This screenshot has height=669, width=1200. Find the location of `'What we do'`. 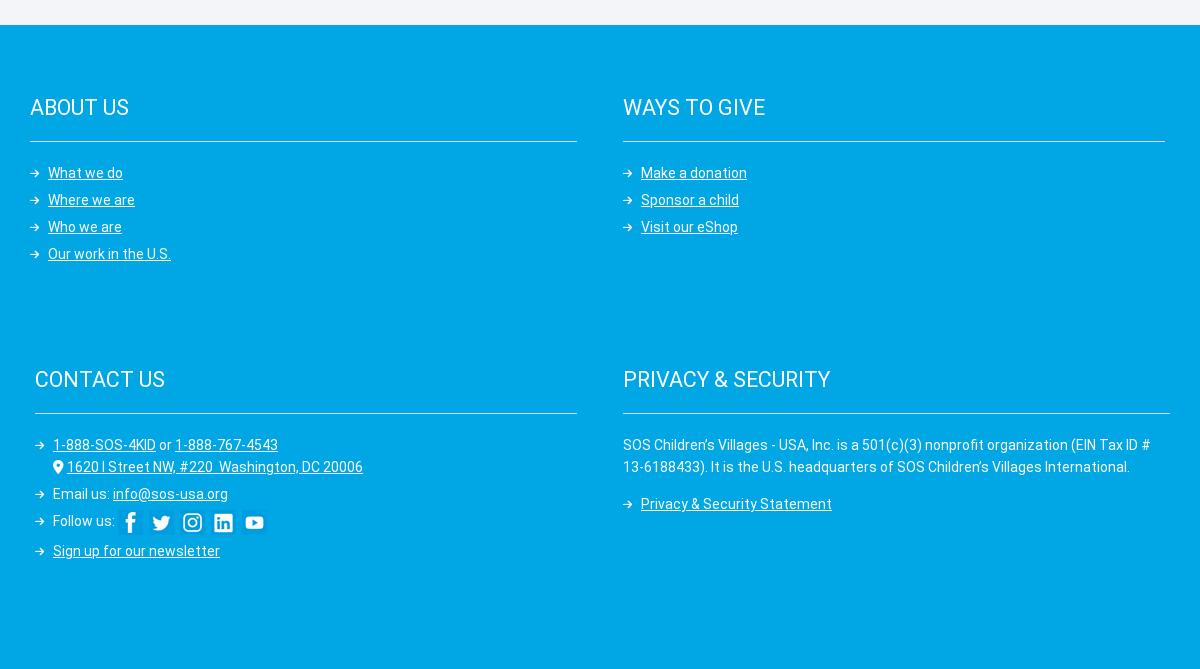

'What we do' is located at coordinates (85, 170).